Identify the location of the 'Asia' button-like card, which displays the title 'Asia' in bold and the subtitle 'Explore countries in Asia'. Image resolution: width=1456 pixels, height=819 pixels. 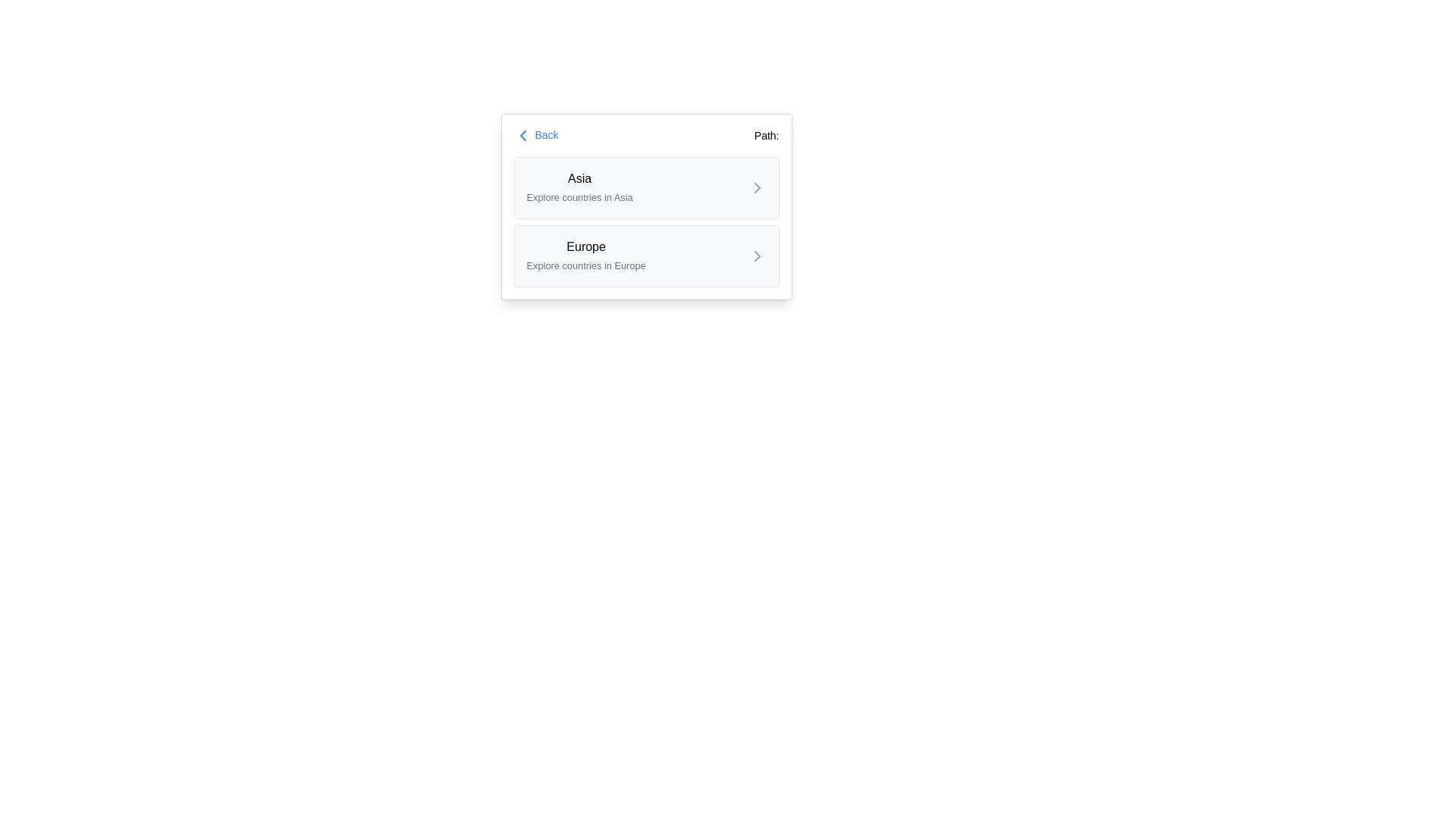
(646, 187).